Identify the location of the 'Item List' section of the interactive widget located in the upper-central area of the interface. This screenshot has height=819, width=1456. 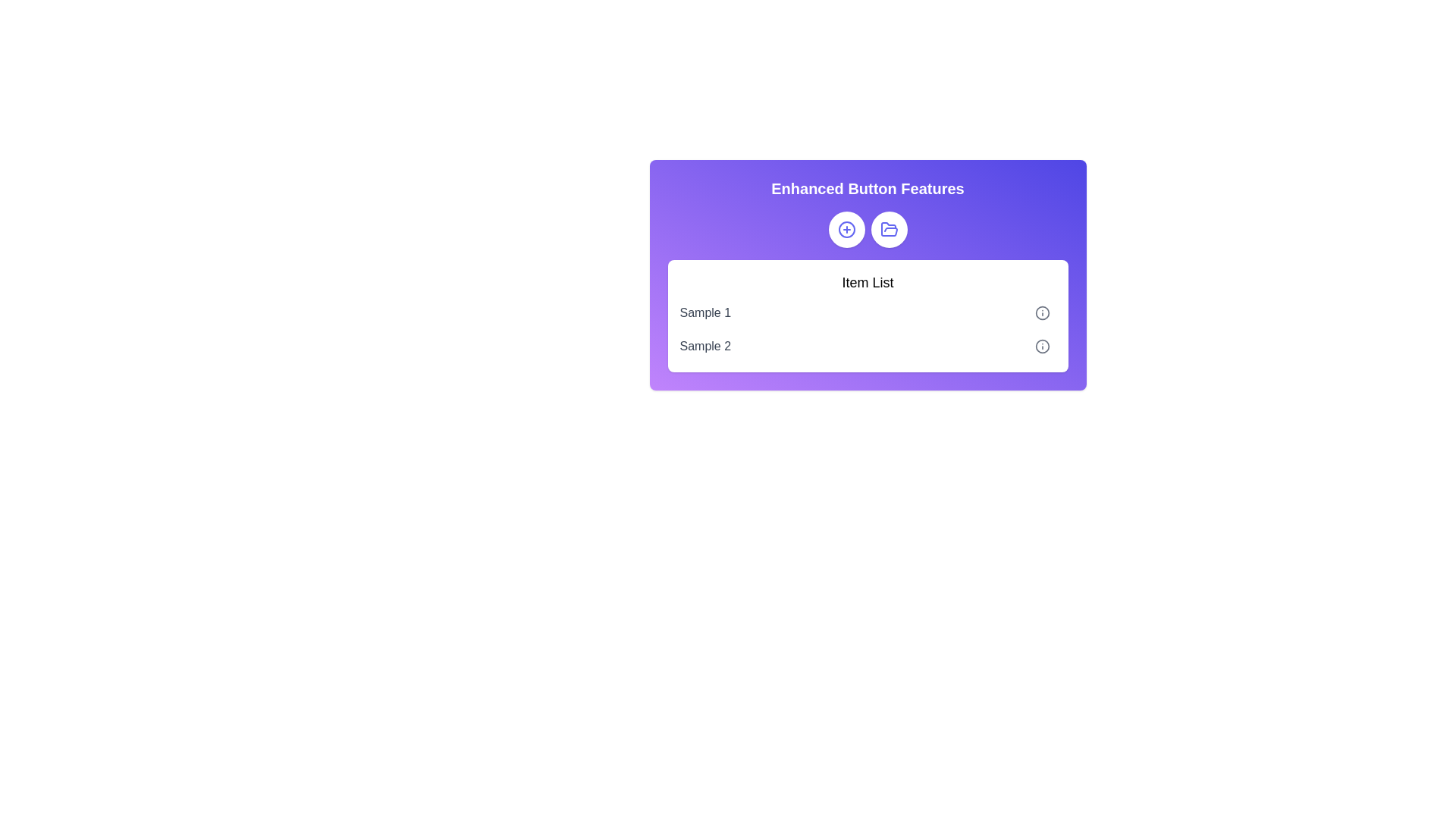
(868, 275).